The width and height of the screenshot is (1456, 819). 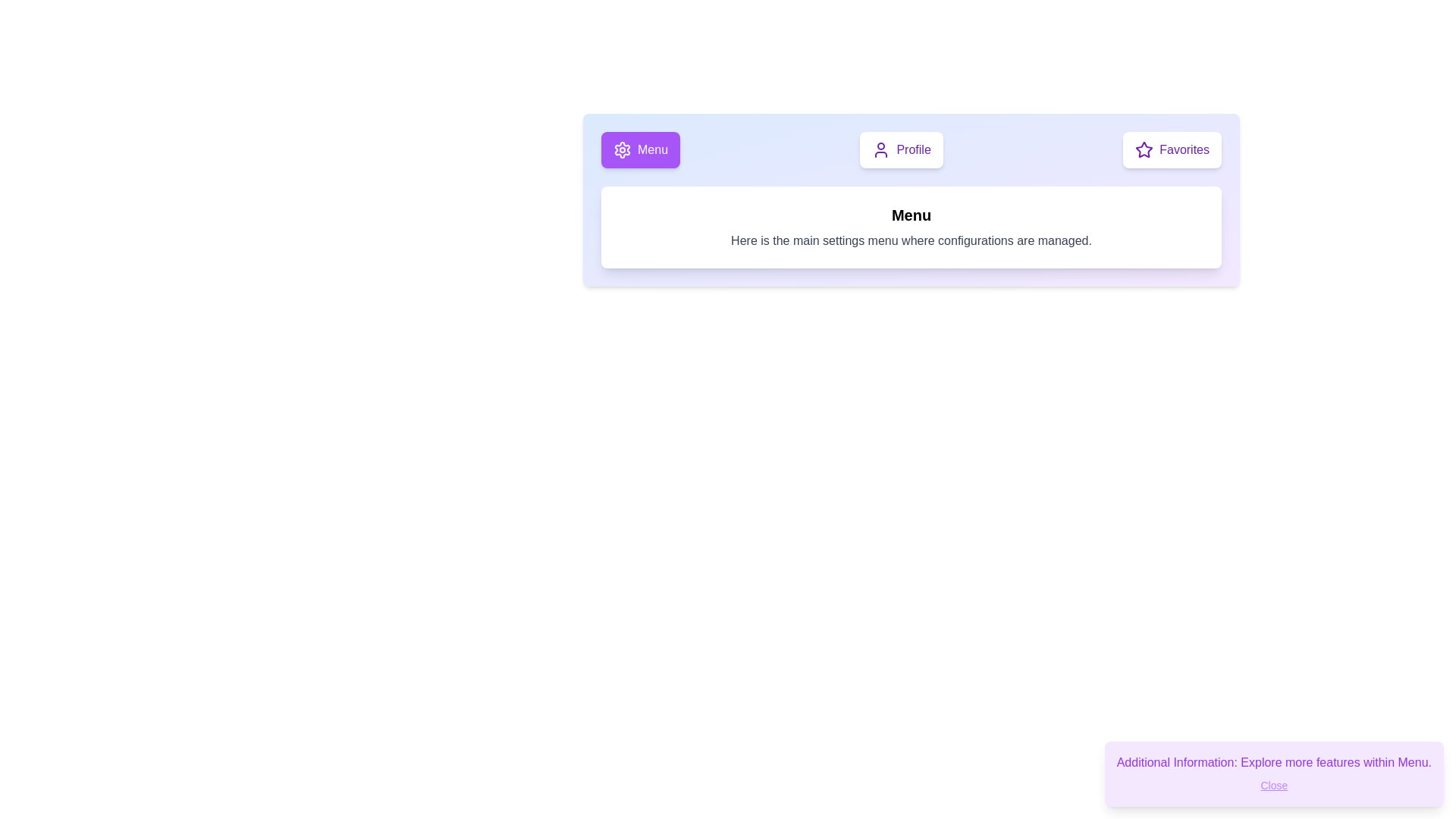 I want to click on the star icon with a purple stroke color located within the Favorites button at the top-right of the interface, so click(x=1144, y=149).